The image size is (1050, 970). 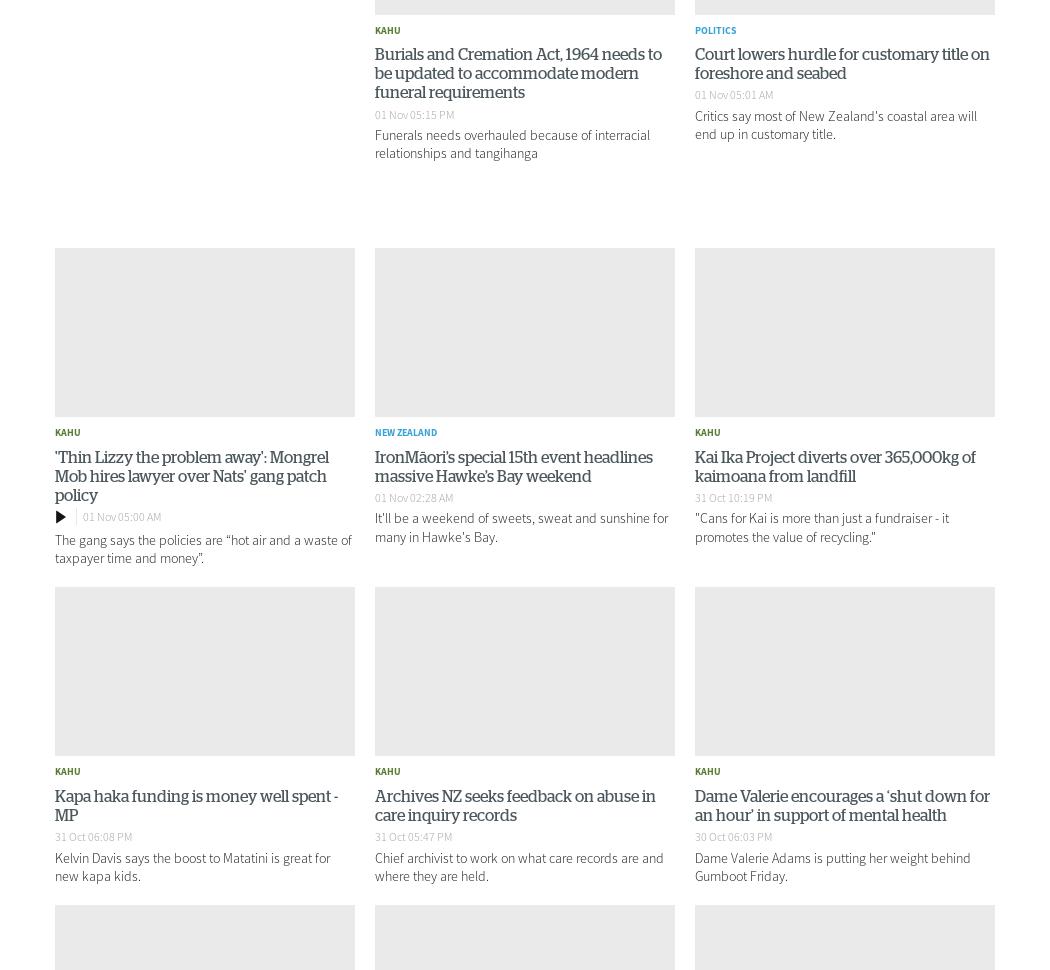 What do you see at coordinates (413, 113) in the screenshot?
I see `'01 Nov 05:15 PM'` at bounding box center [413, 113].